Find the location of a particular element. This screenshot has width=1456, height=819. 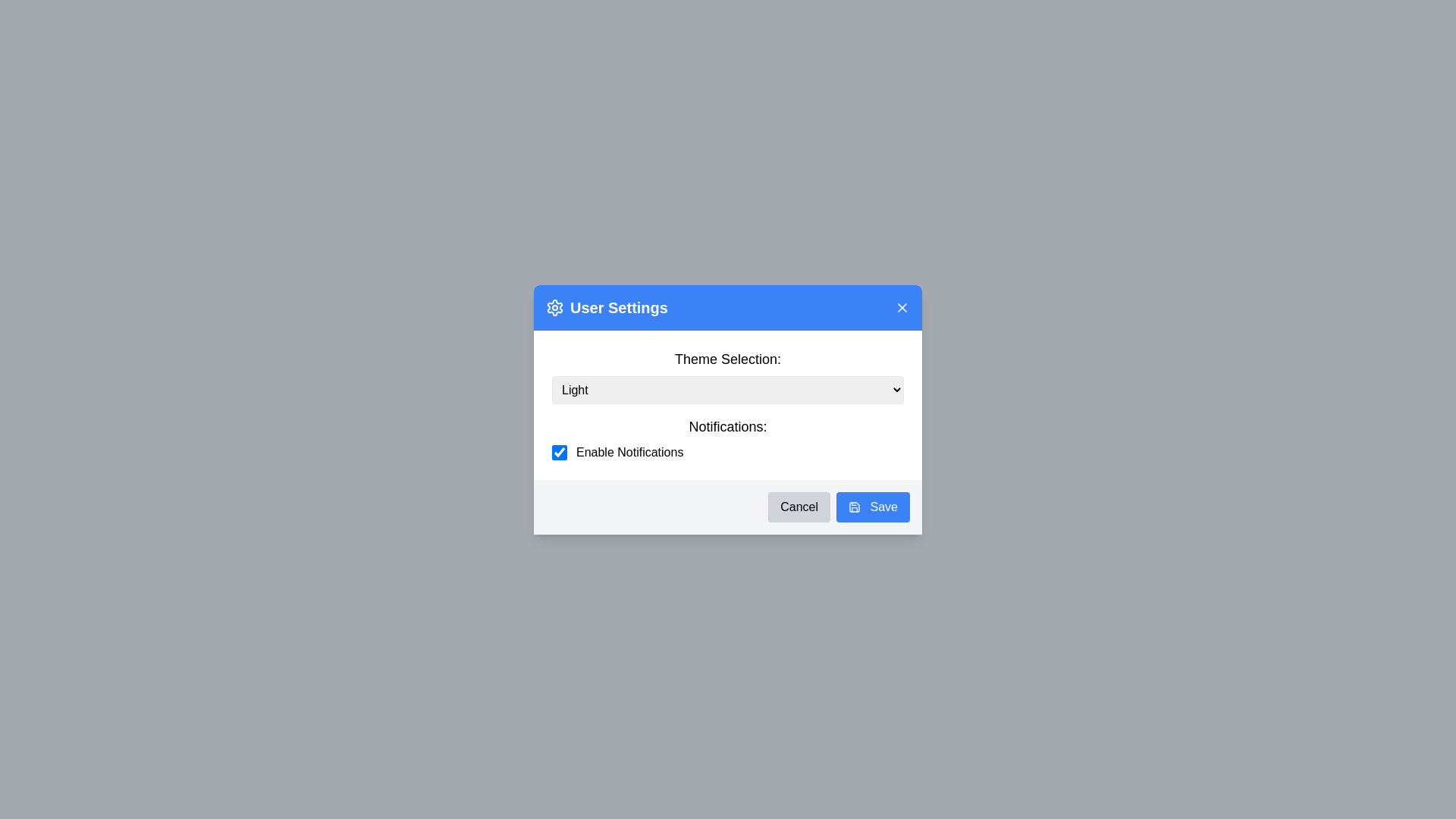

the decorative save icon located to the left of the 'Save' button text in the 'User Settings' dialog window is located at coordinates (855, 507).